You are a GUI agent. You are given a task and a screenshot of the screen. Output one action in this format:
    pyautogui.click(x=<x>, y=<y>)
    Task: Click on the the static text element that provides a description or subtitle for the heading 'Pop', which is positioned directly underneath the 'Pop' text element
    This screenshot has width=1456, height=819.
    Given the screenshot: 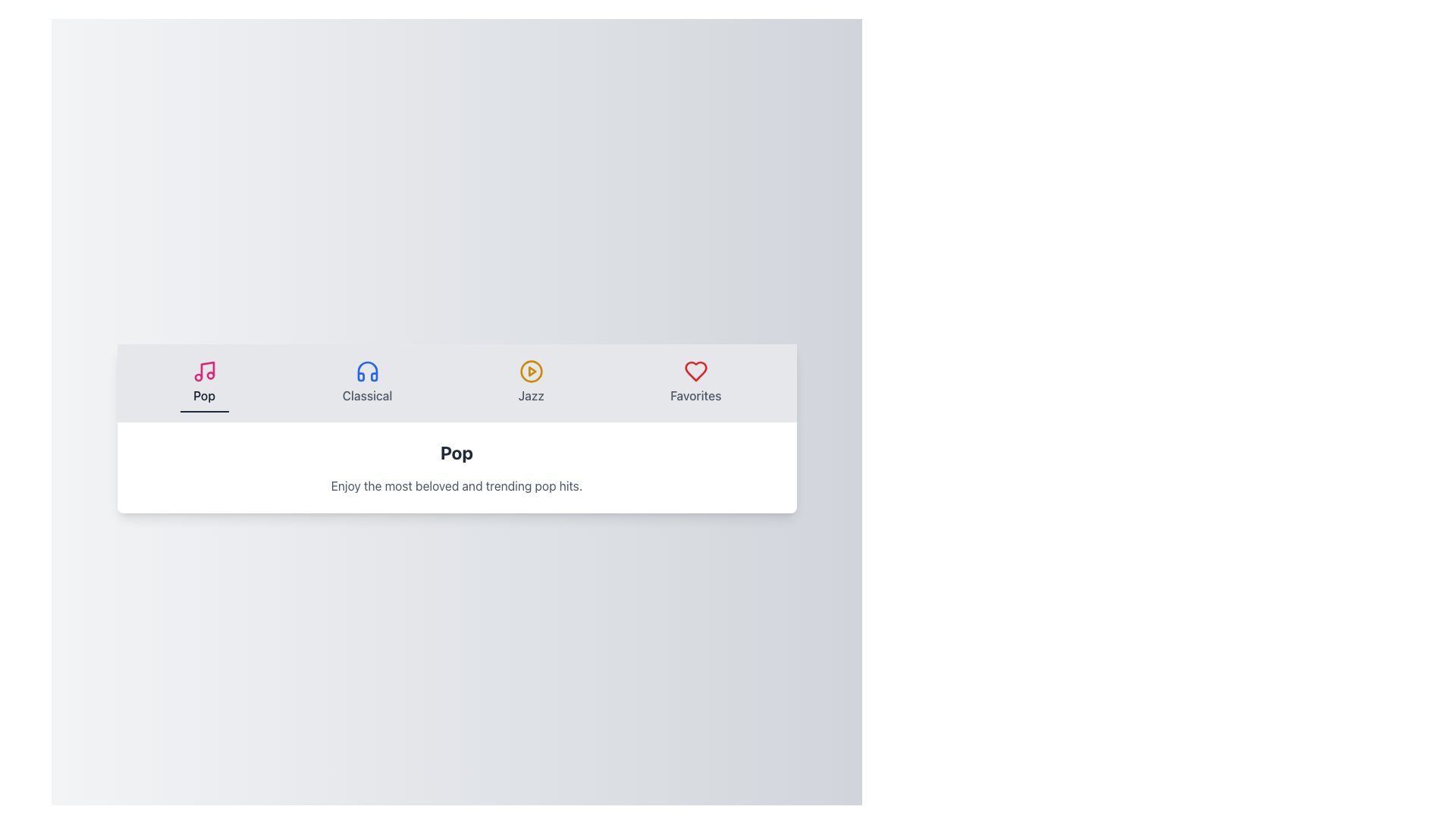 What is the action you would take?
    pyautogui.click(x=456, y=485)
    